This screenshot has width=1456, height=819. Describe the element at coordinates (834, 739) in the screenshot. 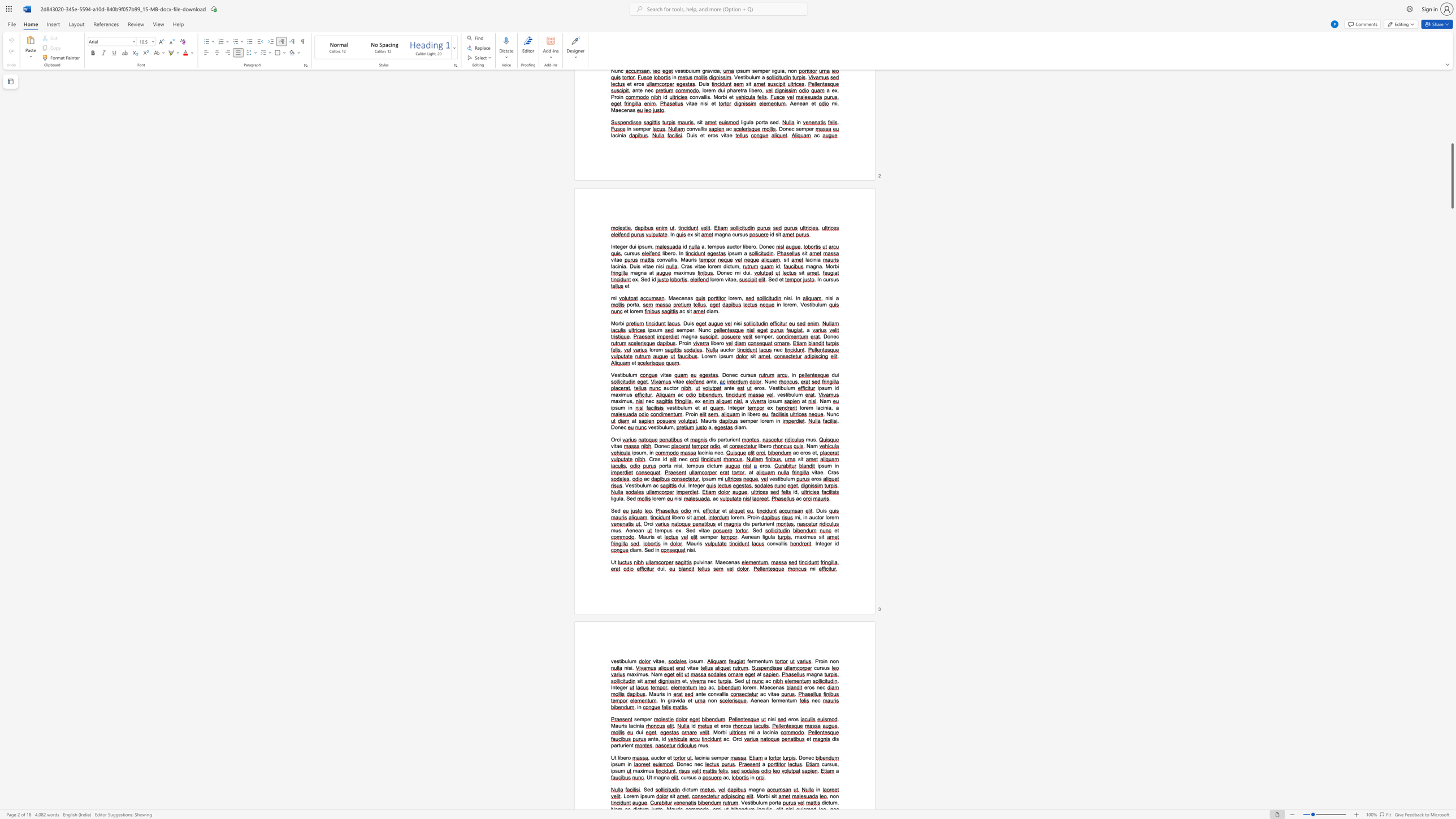

I see `the space between the continuous character "d" and "i" in the text` at that location.